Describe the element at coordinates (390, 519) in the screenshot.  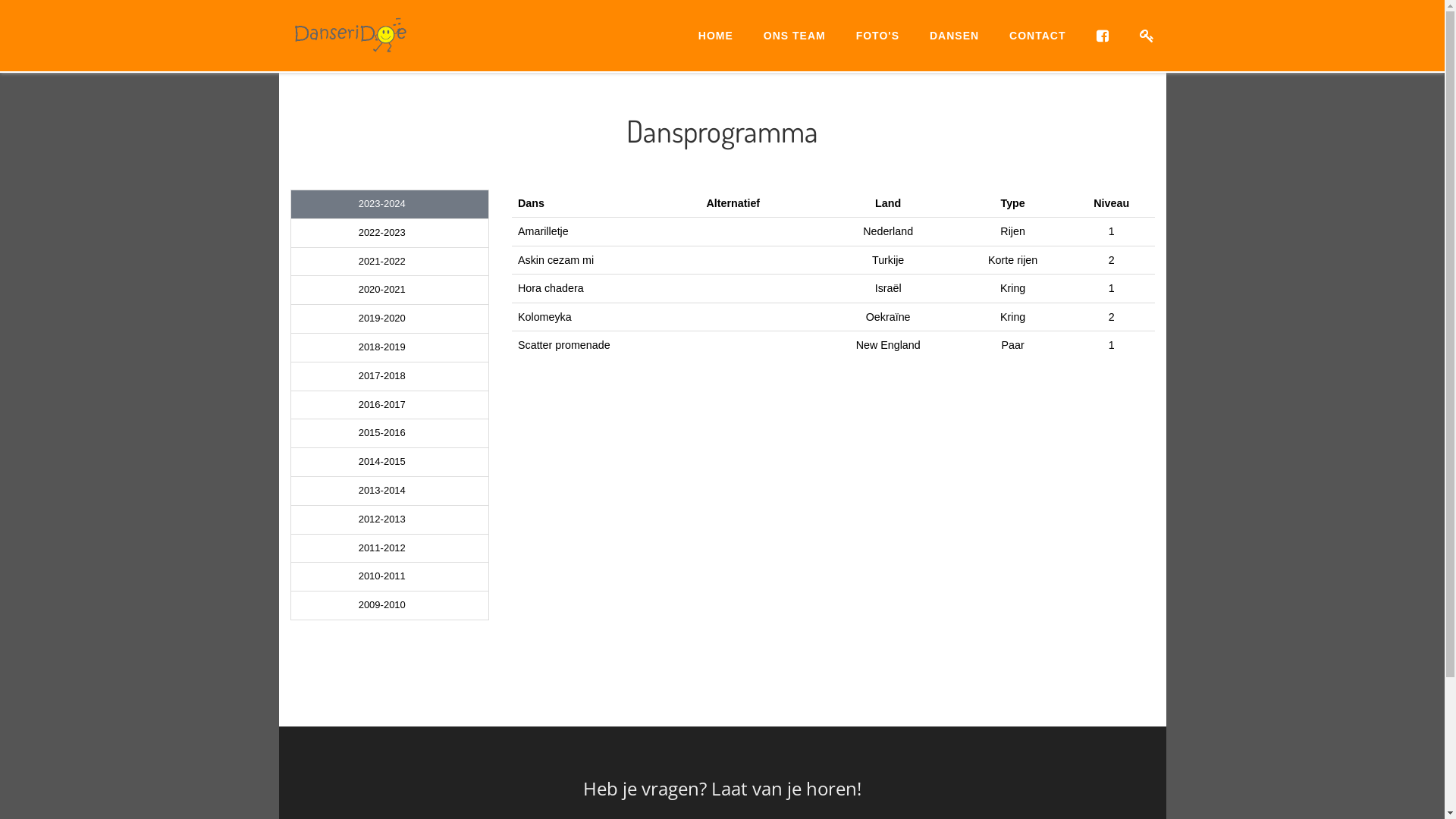
I see `'2012-2013'` at that location.